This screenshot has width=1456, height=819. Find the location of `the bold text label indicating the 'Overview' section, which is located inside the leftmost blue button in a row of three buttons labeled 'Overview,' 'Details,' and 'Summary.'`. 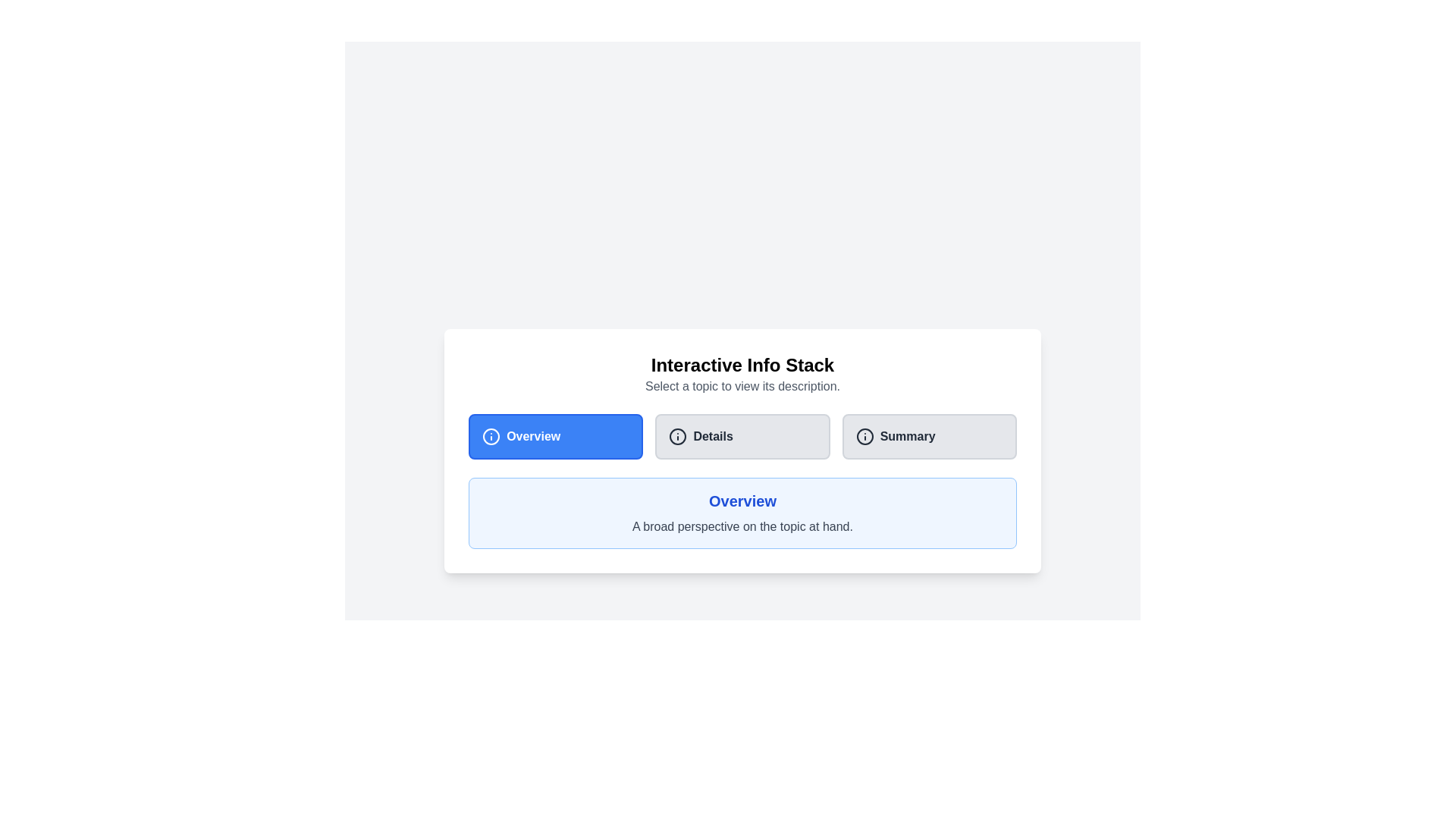

the bold text label indicating the 'Overview' section, which is located inside the leftmost blue button in a row of three buttons labeled 'Overview,' 'Details,' and 'Summary.' is located at coordinates (533, 436).